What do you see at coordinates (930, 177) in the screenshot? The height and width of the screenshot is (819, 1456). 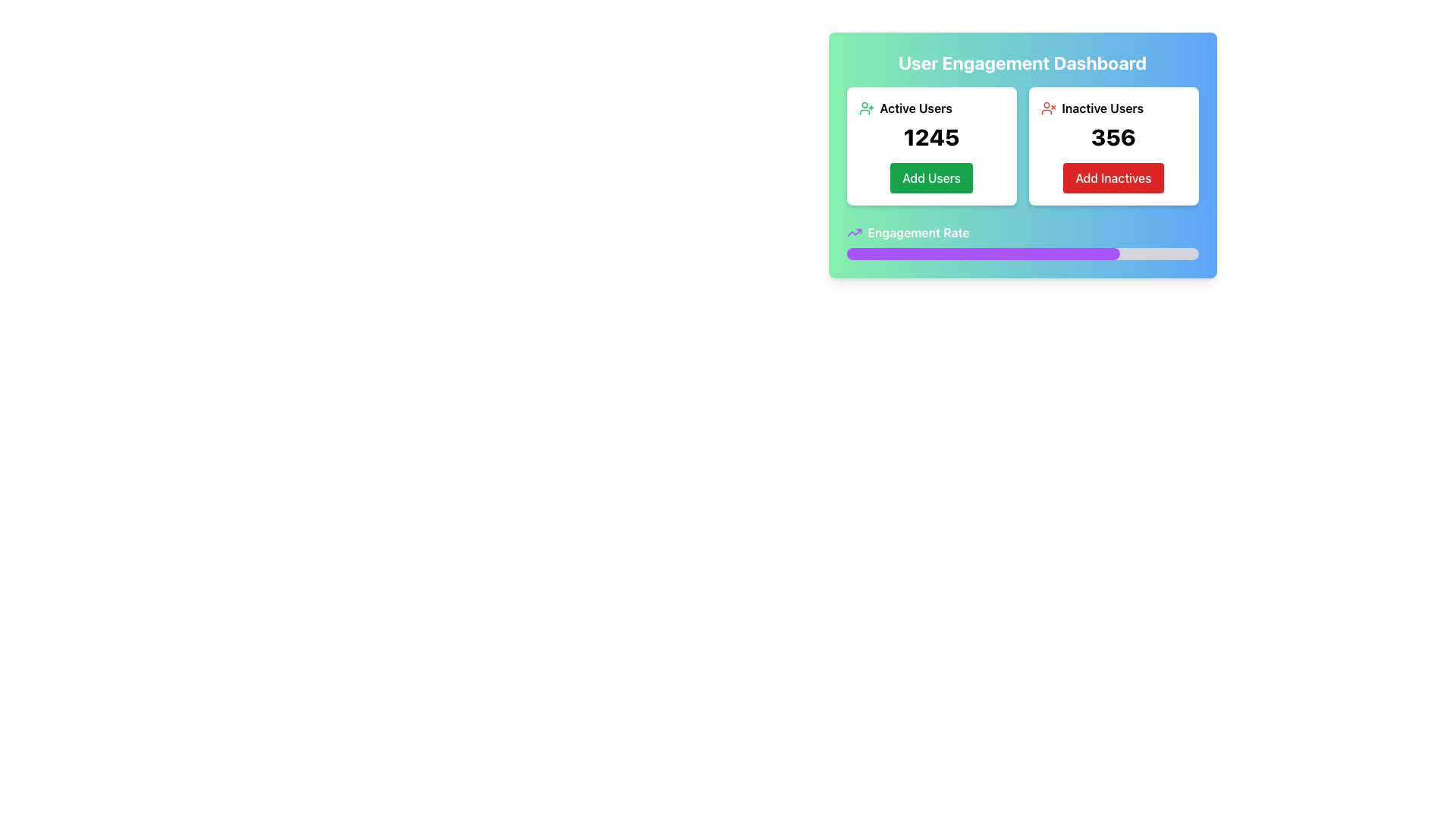 I see `the 'Add User' button located in the lower section of the 'Active Users' card` at bounding box center [930, 177].